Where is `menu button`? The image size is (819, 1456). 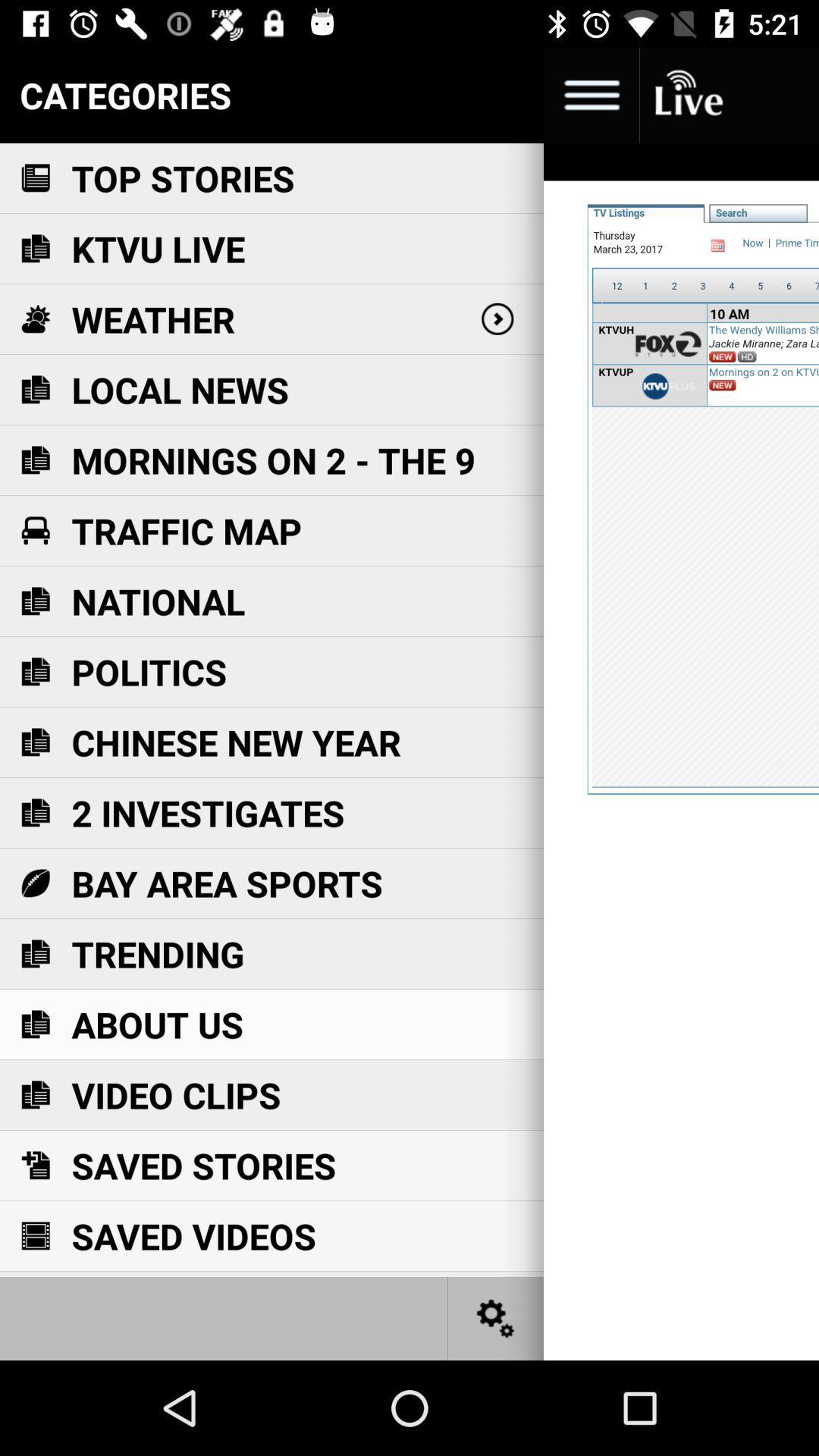
menu button is located at coordinates (590, 94).